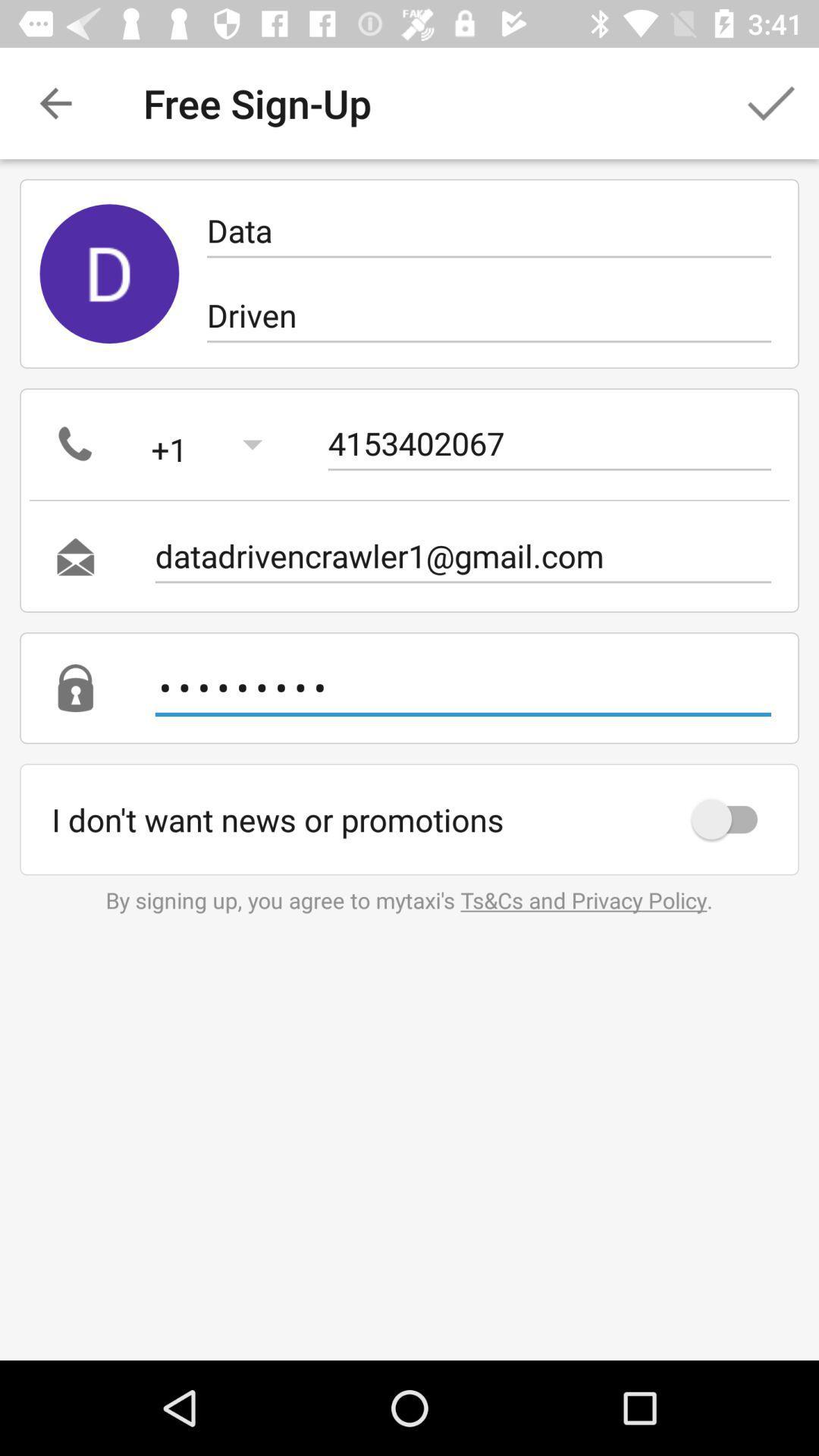 Image resolution: width=819 pixels, height=1456 pixels. I want to click on the datadrivencrawler1@gmail.com, so click(462, 555).